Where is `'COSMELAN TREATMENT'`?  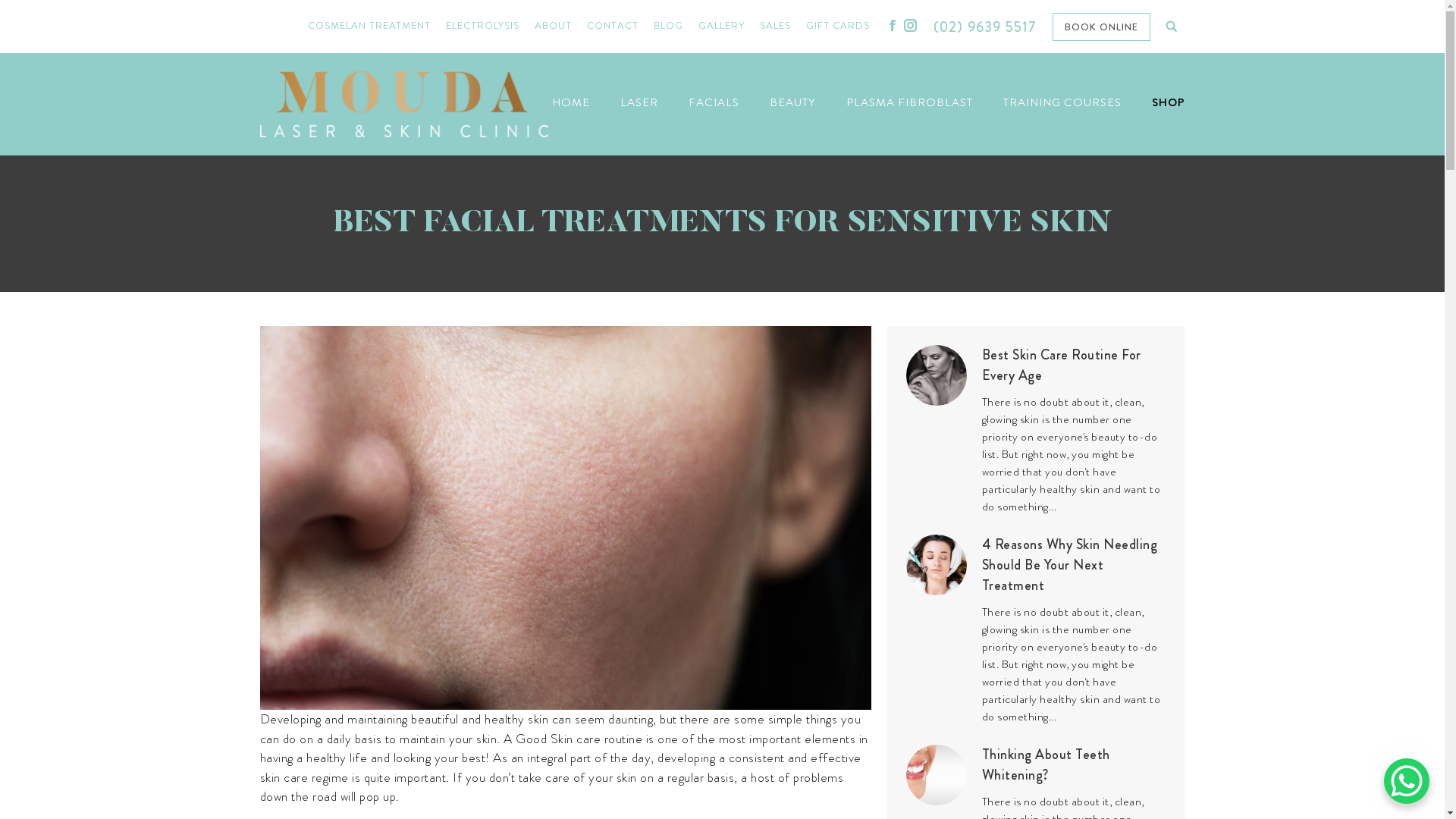 'COSMELAN TREATMENT' is located at coordinates (307, 26).